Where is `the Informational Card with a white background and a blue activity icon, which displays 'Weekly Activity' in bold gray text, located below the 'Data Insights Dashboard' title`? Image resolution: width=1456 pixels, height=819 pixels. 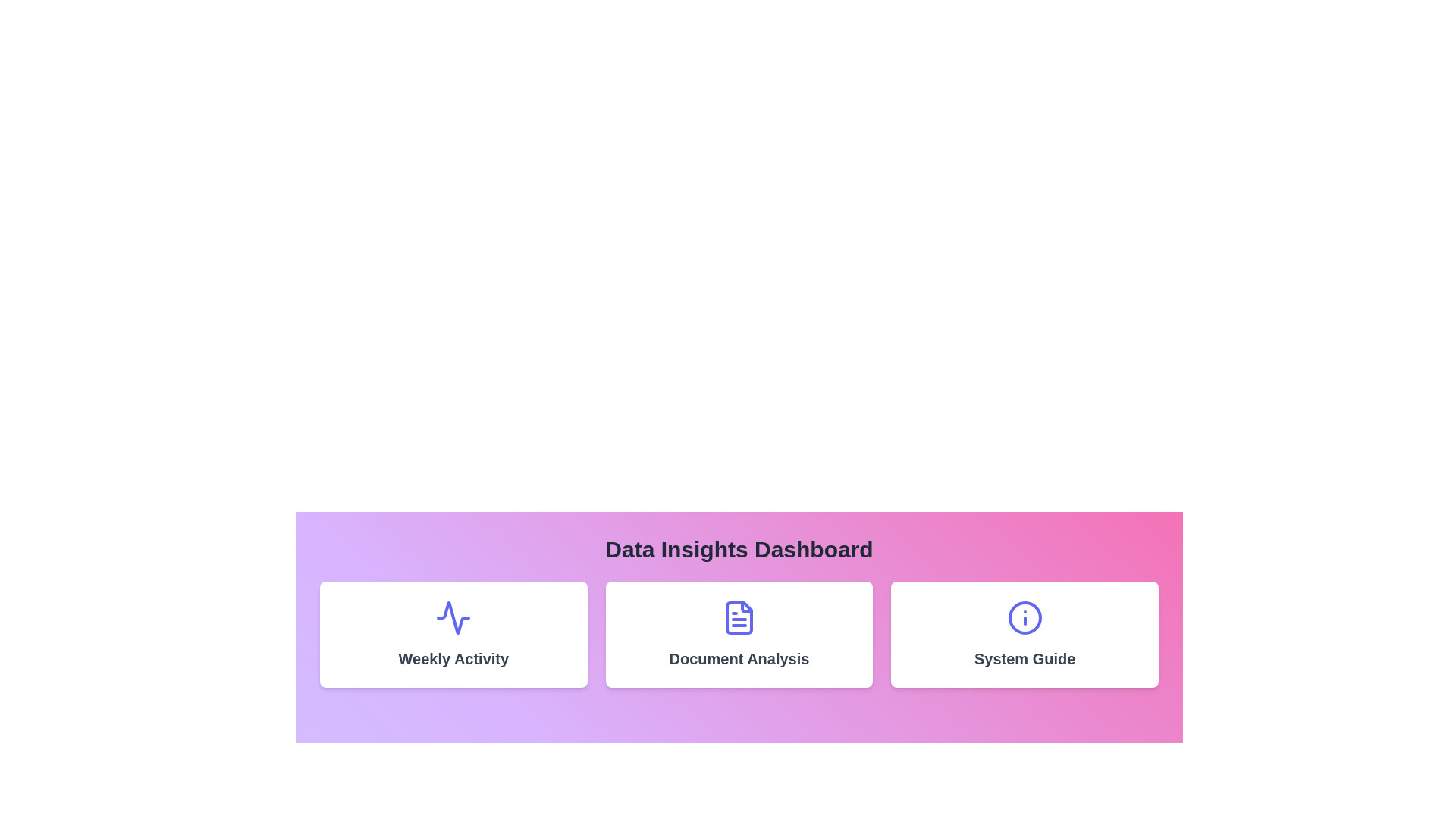 the Informational Card with a white background and a blue activity icon, which displays 'Weekly Activity' in bold gray text, located below the 'Data Insights Dashboard' title is located at coordinates (453, 635).